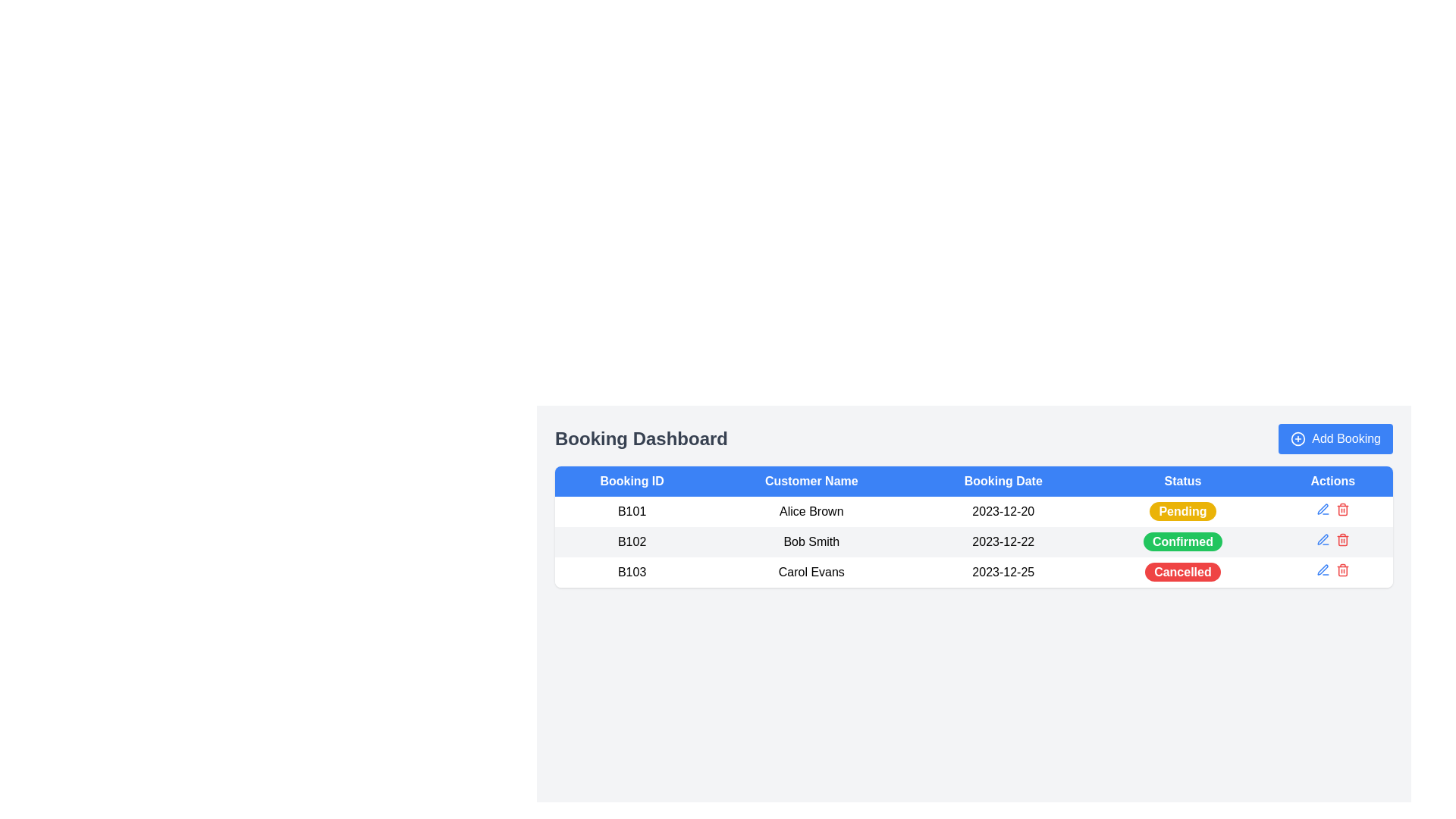 The height and width of the screenshot is (819, 1456). Describe the element at coordinates (1322, 509) in the screenshot. I see `the edit button represented by a pen symbol in the 'Actions' column of the booking dashboard for booking ID 'B101' to enable keyboard navigation` at that location.